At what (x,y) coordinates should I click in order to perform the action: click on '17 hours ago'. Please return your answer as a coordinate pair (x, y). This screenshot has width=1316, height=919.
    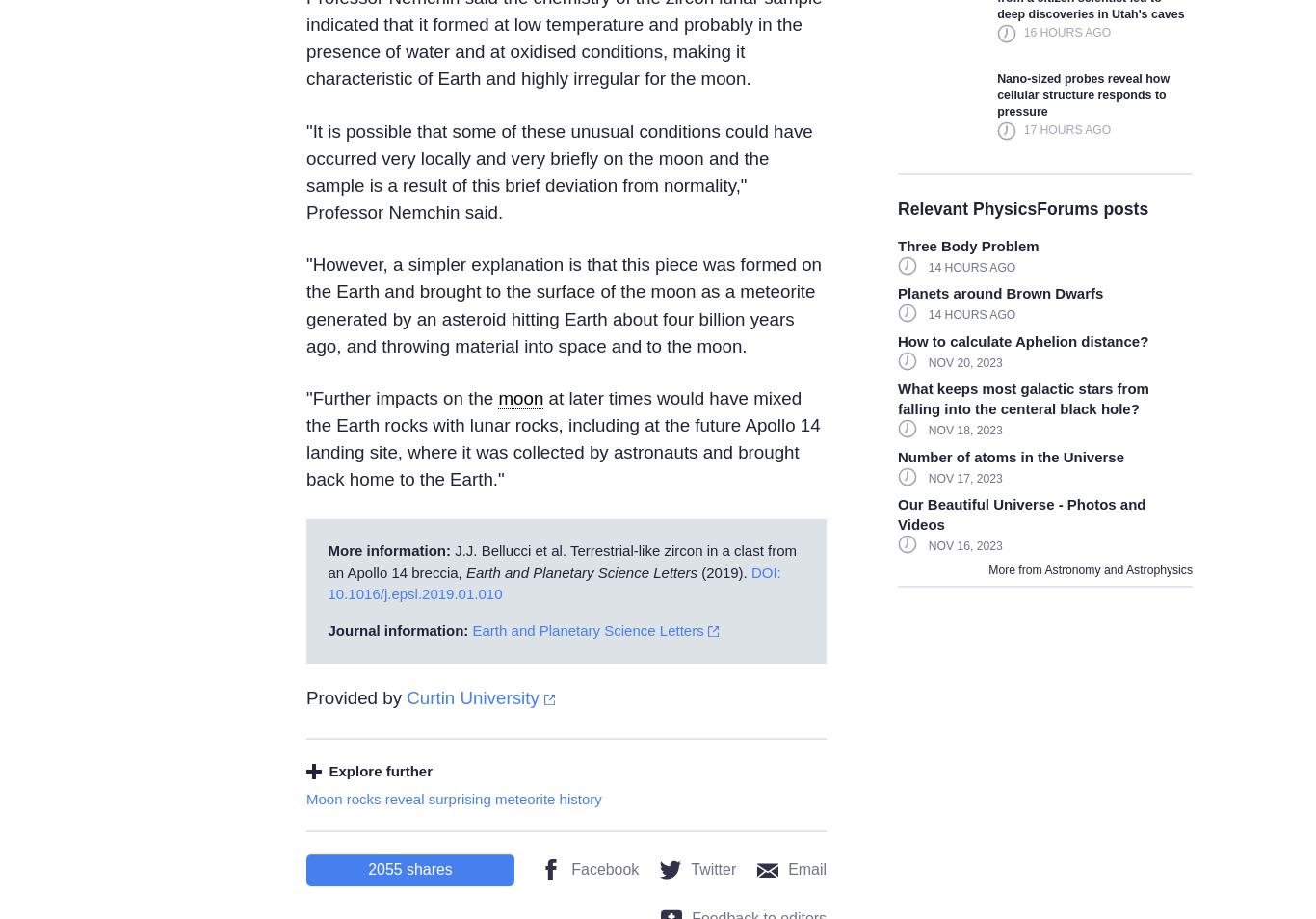
    Looking at the image, I should click on (1066, 128).